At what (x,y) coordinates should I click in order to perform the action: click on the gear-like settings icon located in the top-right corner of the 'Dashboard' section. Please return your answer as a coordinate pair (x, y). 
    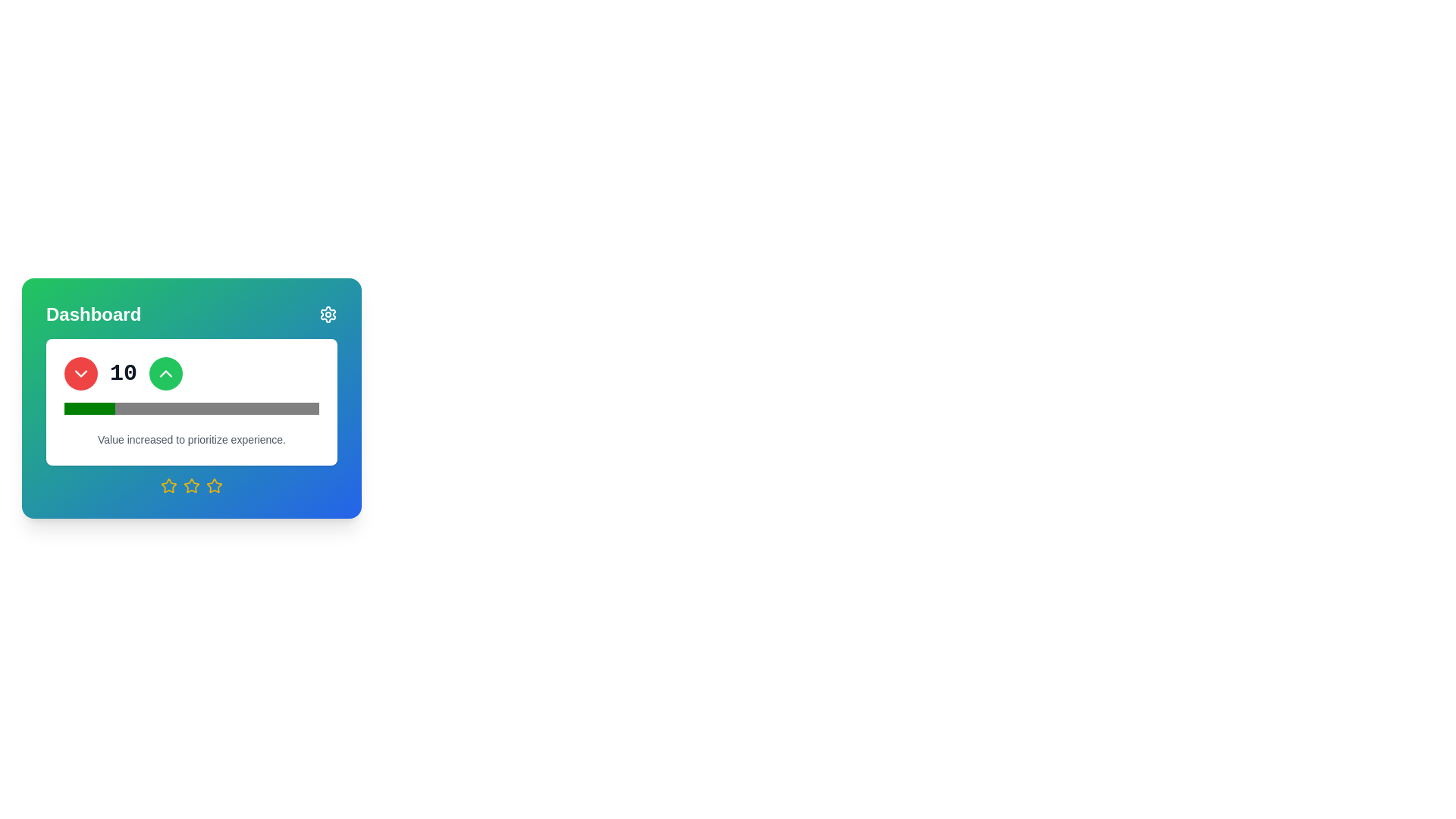
    Looking at the image, I should click on (327, 314).